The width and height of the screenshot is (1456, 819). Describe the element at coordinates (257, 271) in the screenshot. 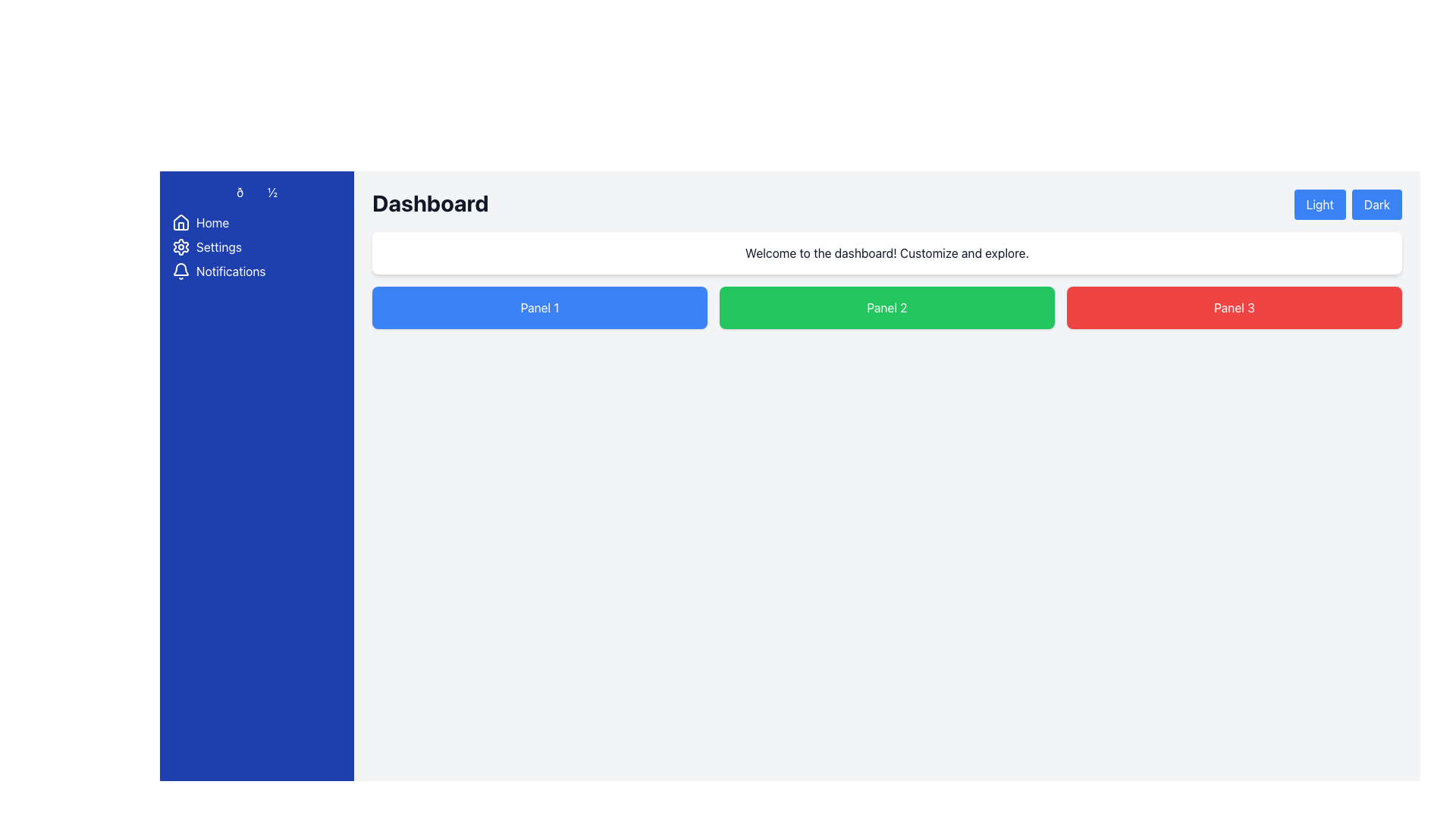

I see `the third navigation link in the vertical menu on the left side of the page to trigger potential hover effects` at that location.